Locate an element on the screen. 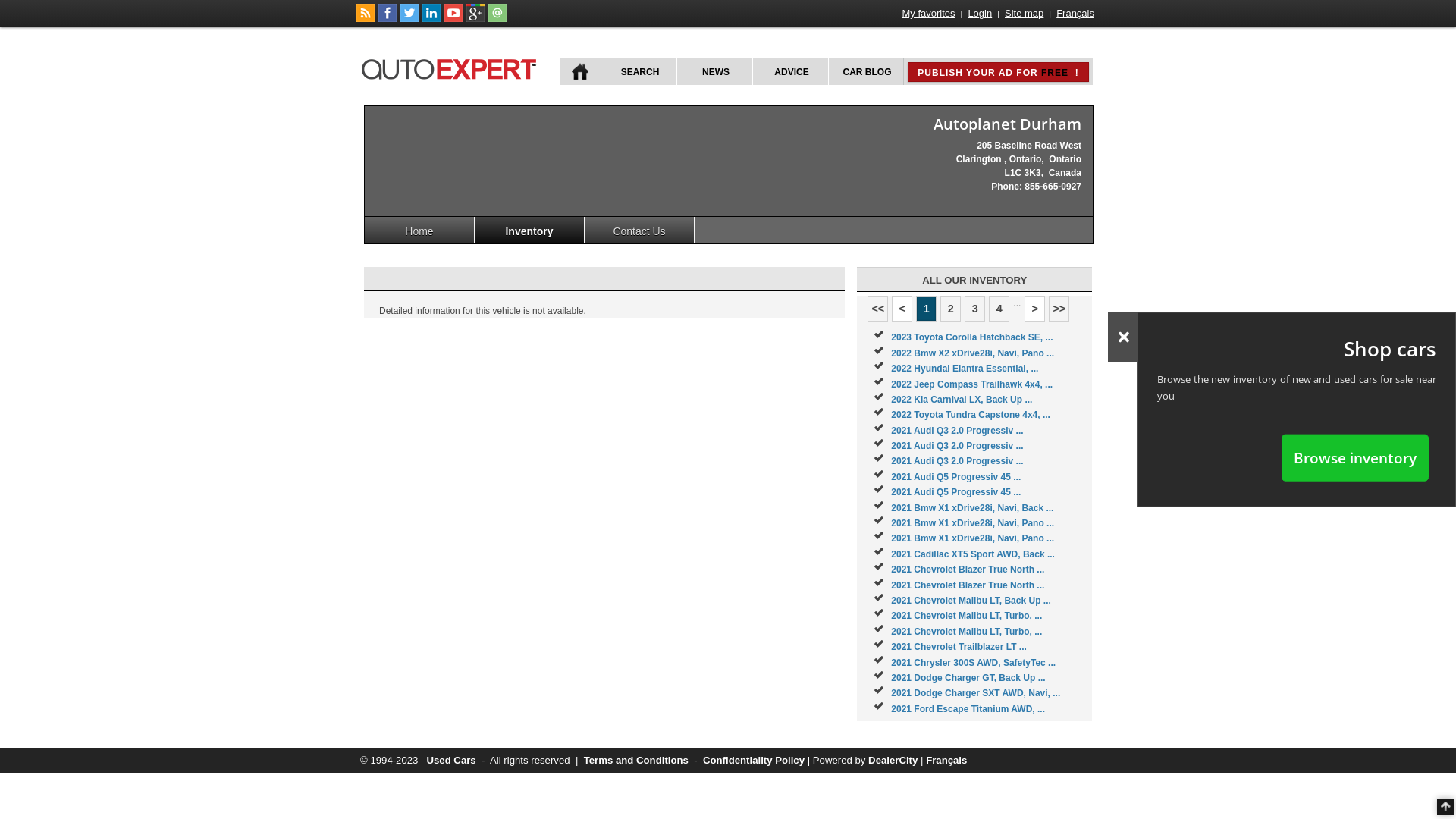  'Follow car news on autoExpert.ca' is located at coordinates (365, 18).